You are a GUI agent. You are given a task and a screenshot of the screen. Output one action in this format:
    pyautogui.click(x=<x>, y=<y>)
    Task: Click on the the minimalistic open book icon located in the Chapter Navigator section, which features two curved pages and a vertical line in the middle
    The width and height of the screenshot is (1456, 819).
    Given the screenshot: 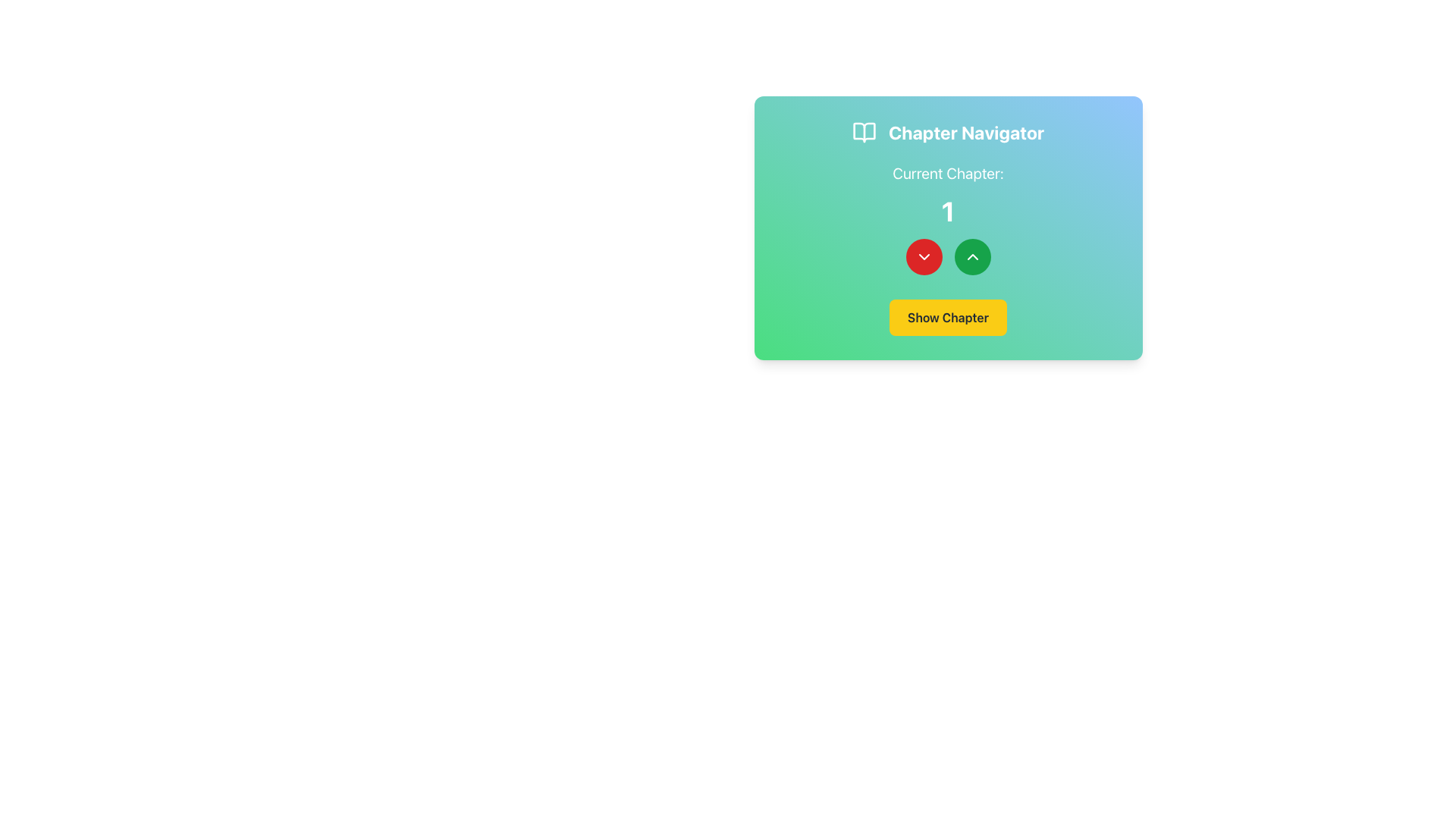 What is the action you would take?
    pyautogui.click(x=864, y=131)
    